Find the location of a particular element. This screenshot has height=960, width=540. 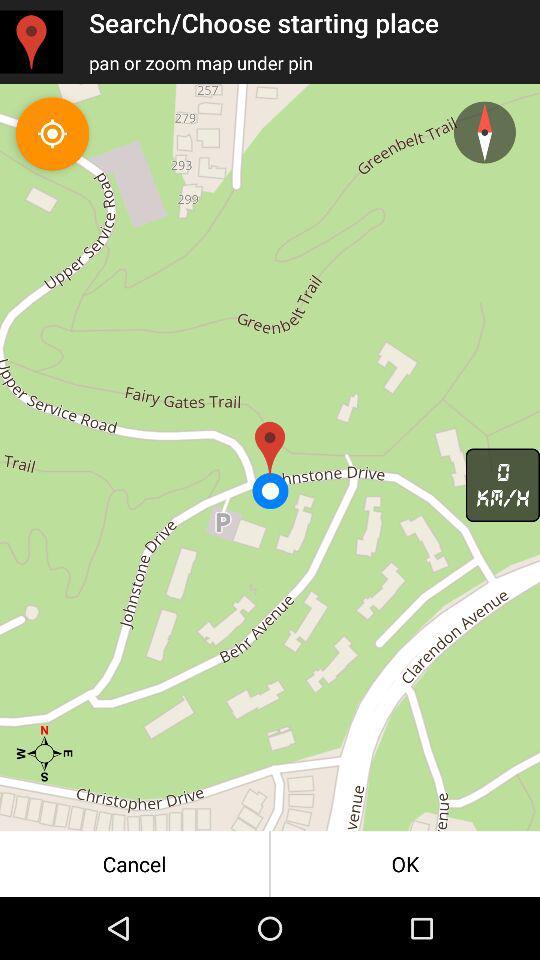

the location_crosshair icon is located at coordinates (52, 132).